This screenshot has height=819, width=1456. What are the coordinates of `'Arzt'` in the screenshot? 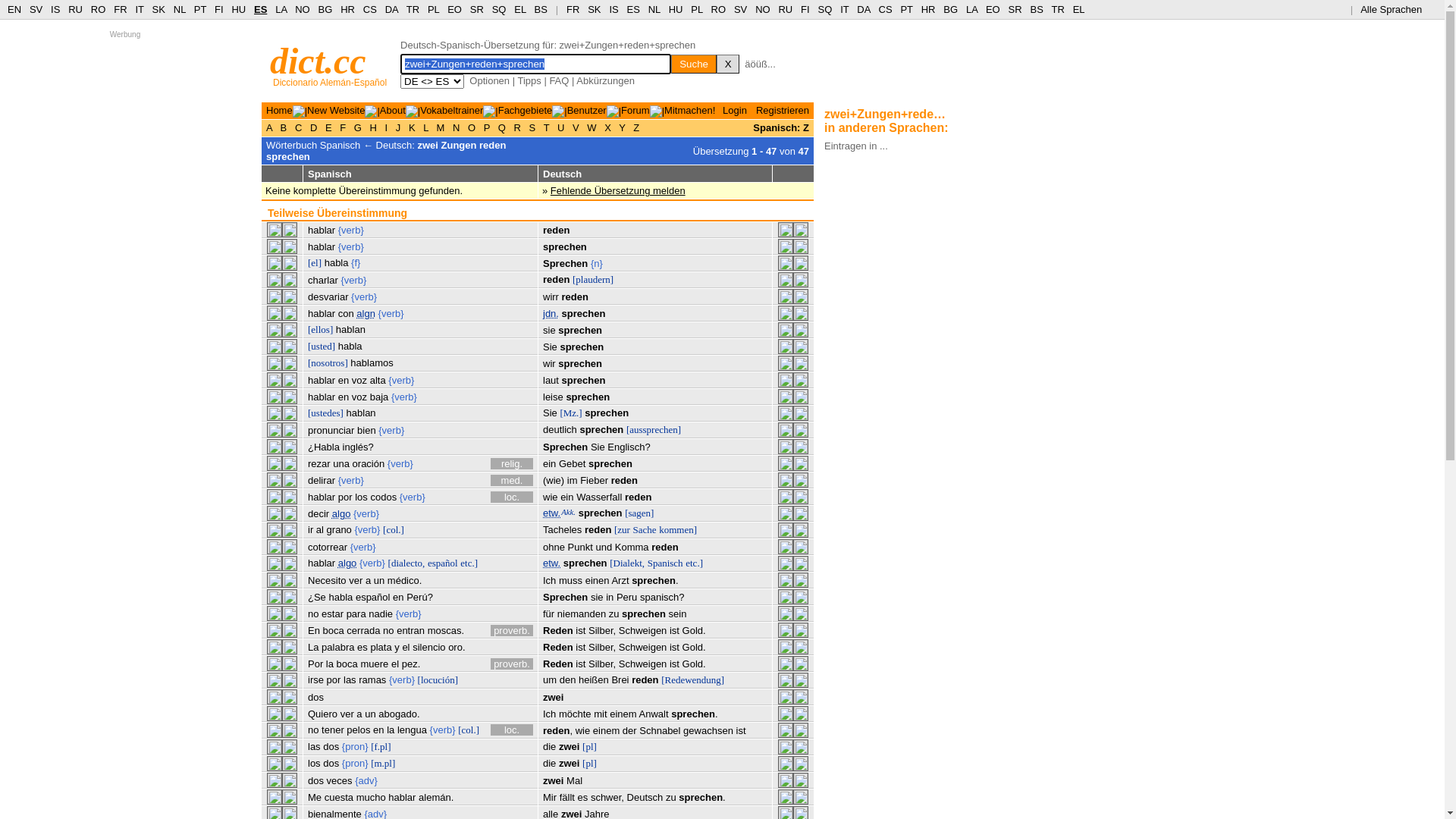 It's located at (620, 580).